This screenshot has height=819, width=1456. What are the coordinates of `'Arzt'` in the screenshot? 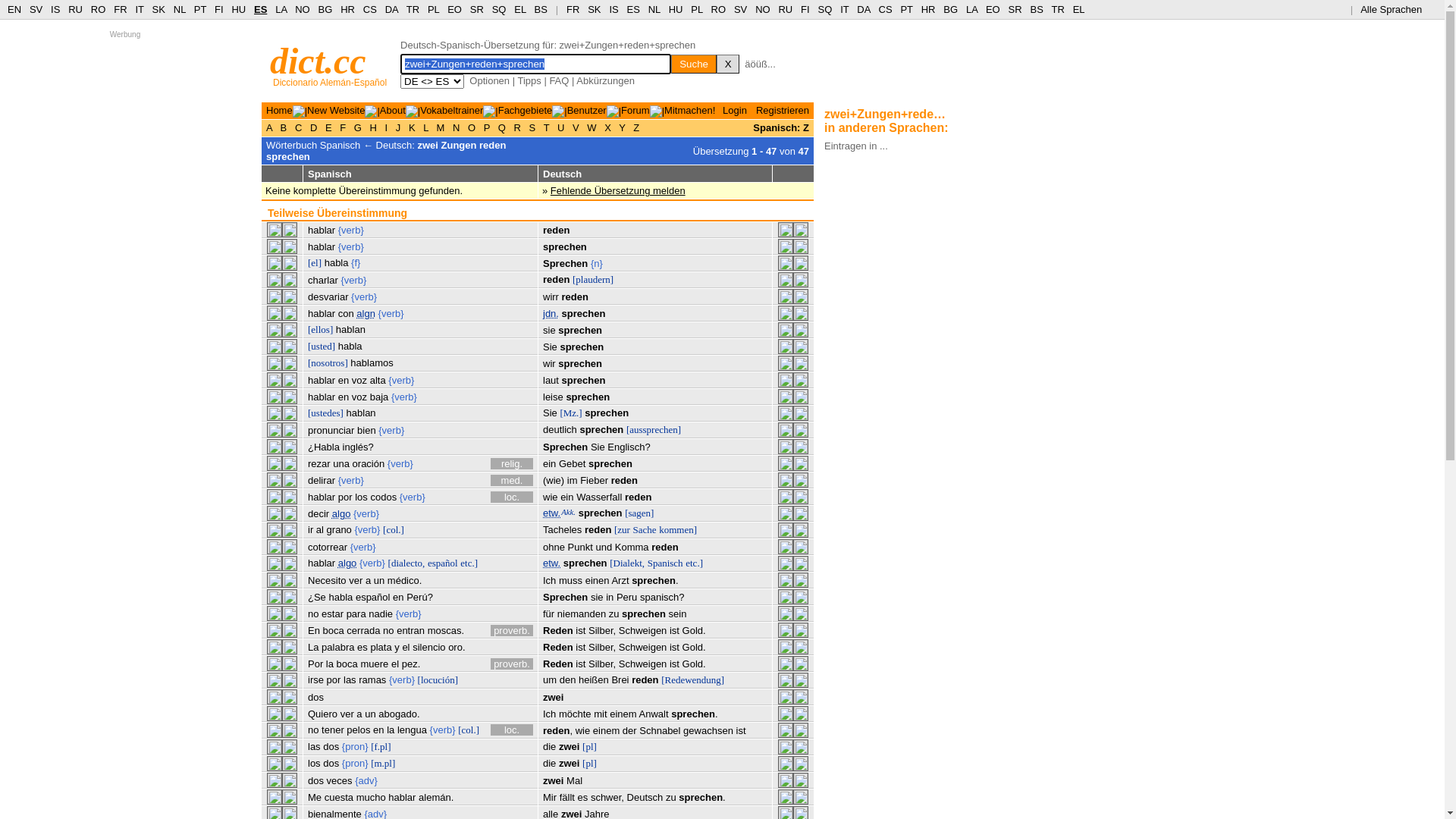 It's located at (620, 580).